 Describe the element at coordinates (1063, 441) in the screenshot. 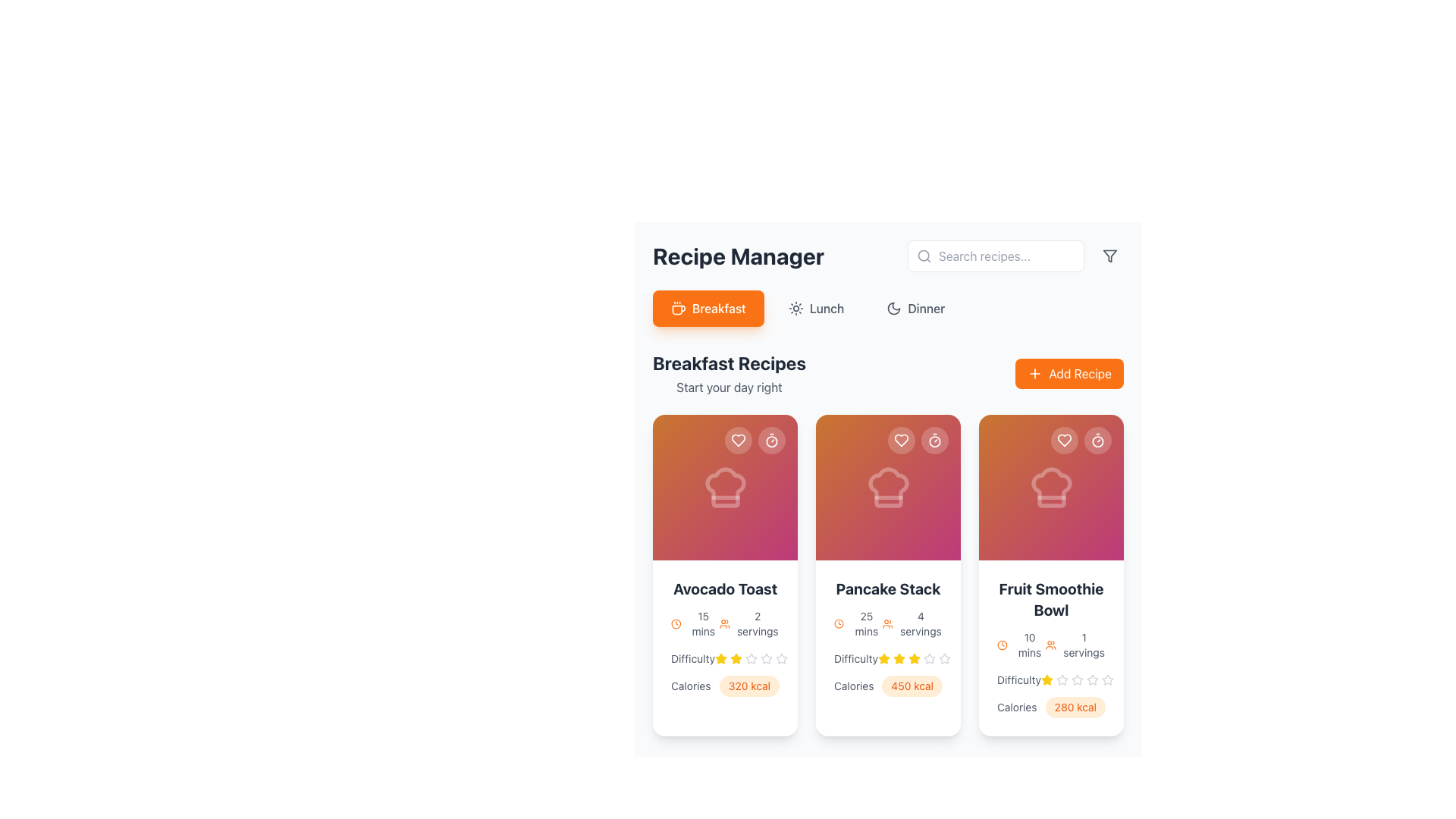

I see `the circular button with a white heart icon located at the top-right of the third recipe card to change its background color` at that location.